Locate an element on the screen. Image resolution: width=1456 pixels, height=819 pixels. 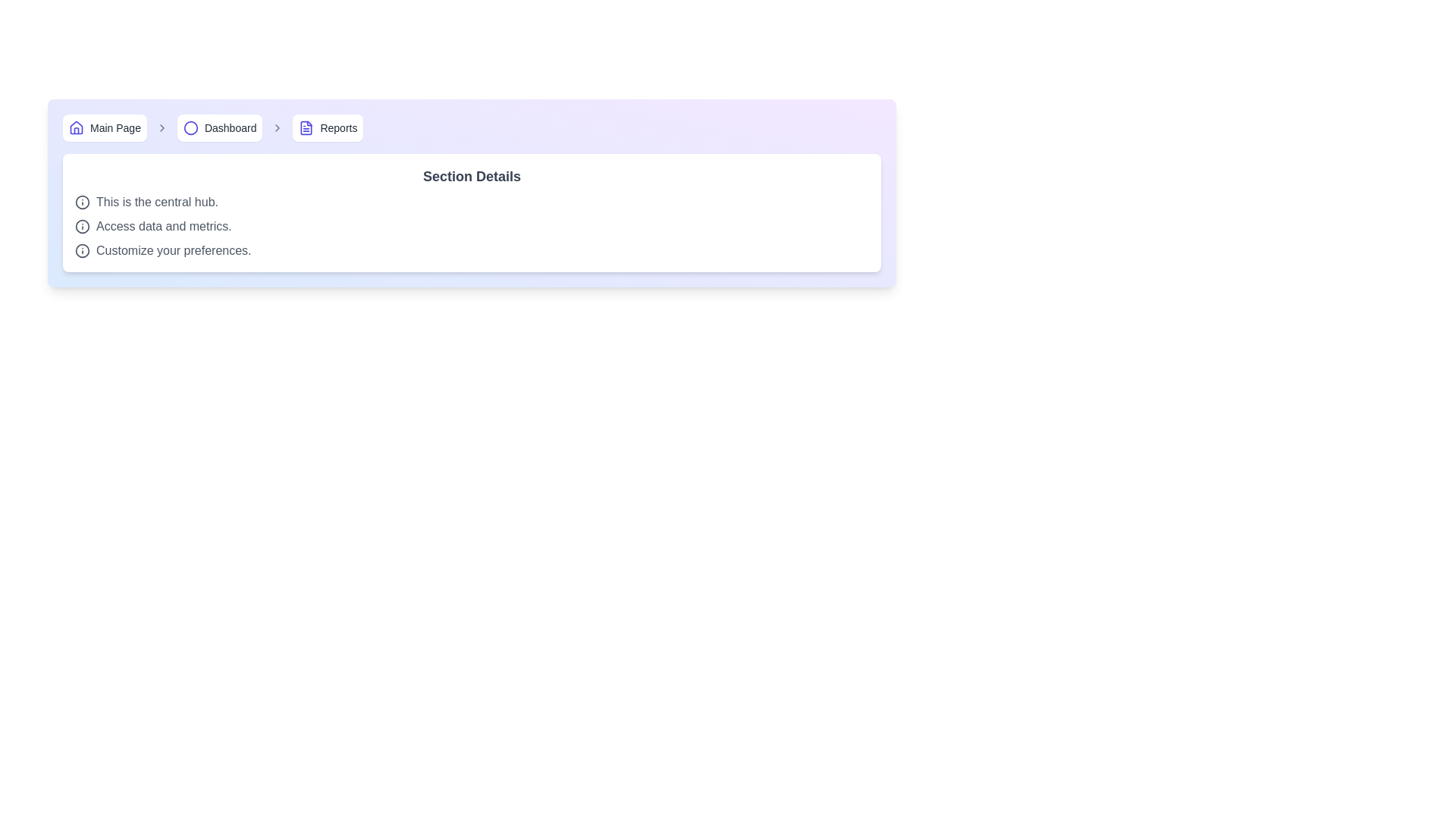
the information icon located to the far left of the text 'This is the central hub.' is located at coordinates (82, 201).